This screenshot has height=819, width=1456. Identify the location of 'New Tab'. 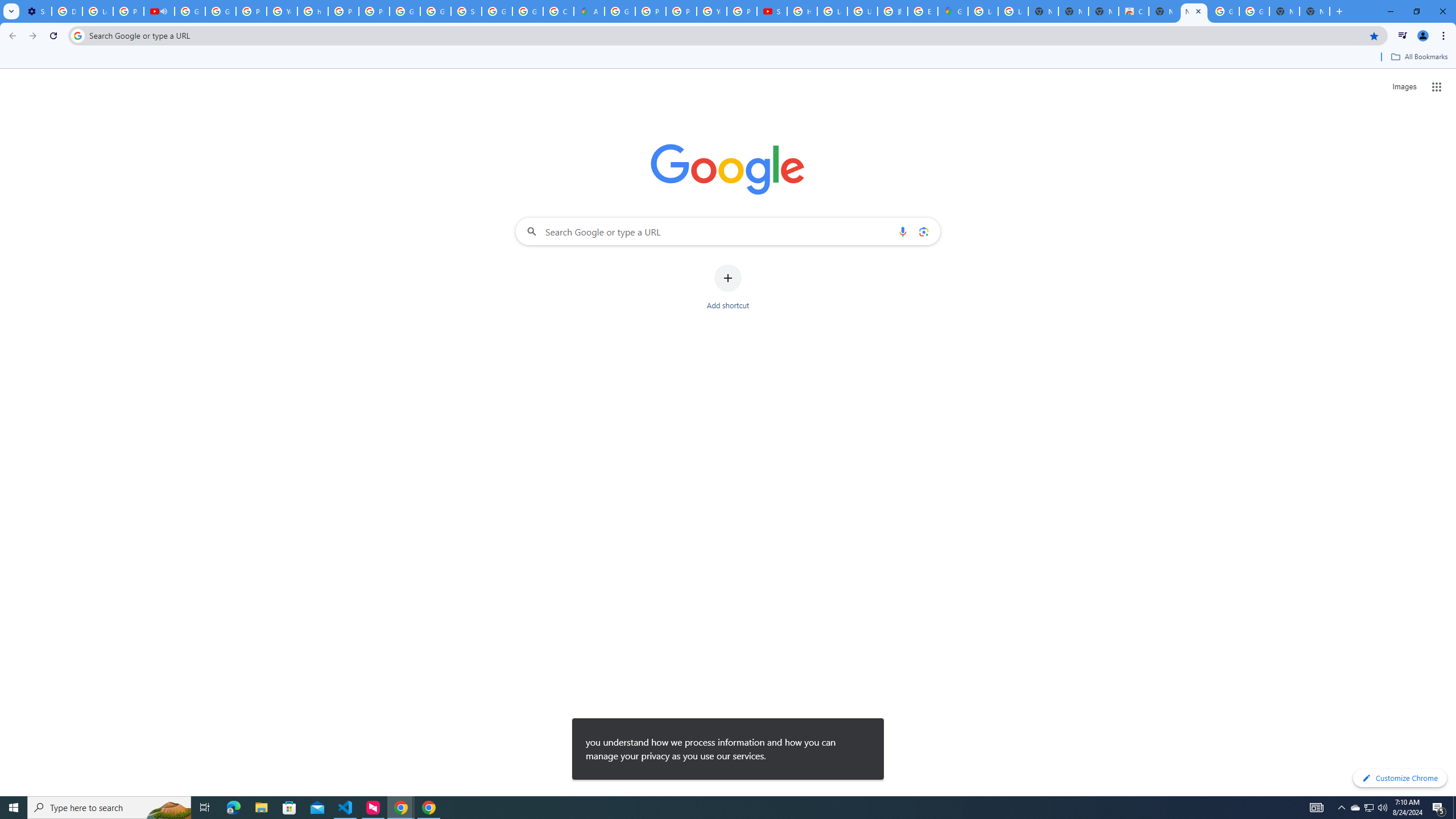
(1314, 11).